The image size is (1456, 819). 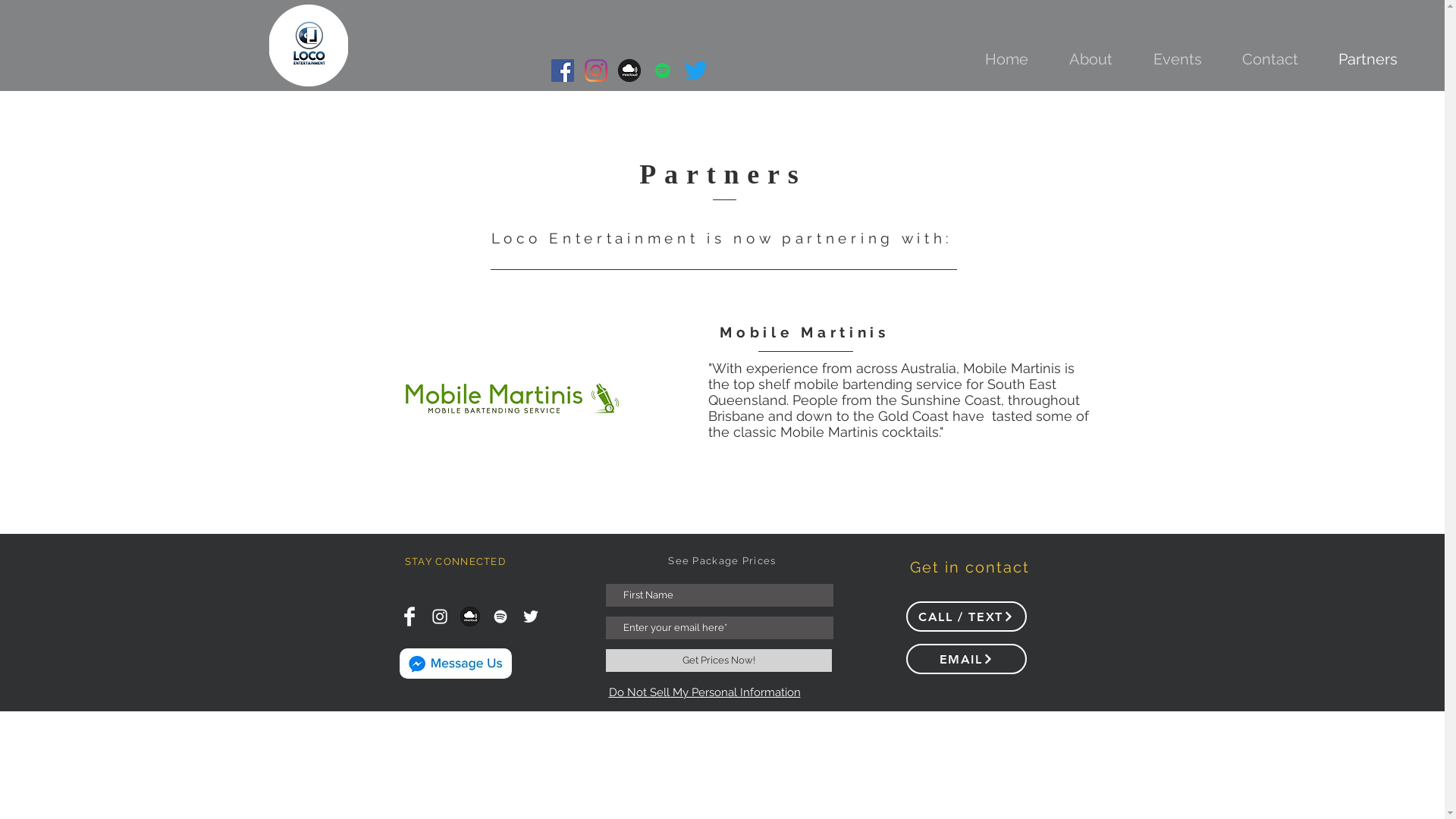 What do you see at coordinates (965, 657) in the screenshot?
I see `'EMAIL'` at bounding box center [965, 657].